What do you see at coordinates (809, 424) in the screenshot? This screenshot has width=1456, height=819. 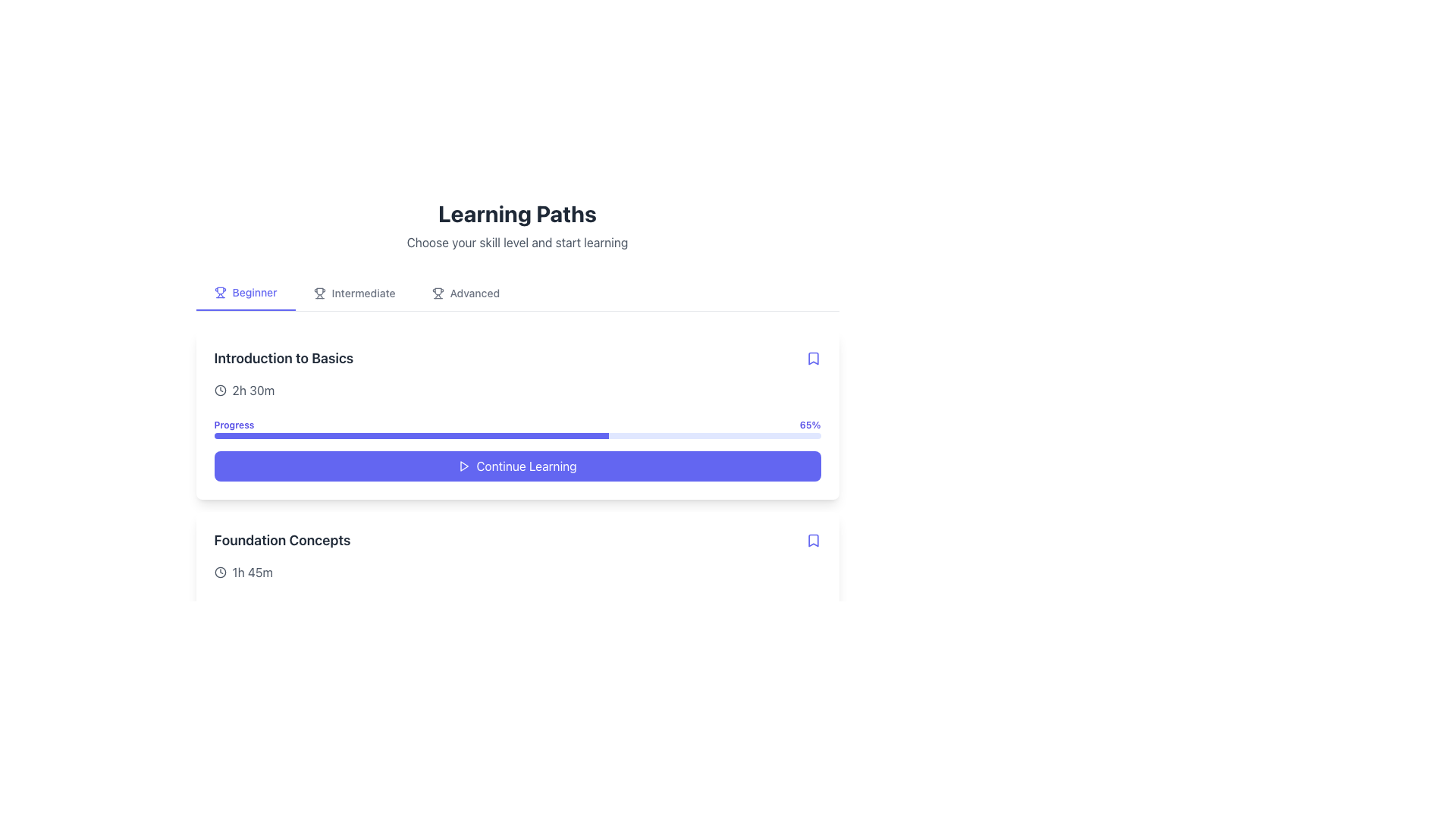 I see `percentage value displayed in the text label located at the far right corner of the top learning card, above the progress bar in the 'Progress' indicator section` at bounding box center [809, 424].